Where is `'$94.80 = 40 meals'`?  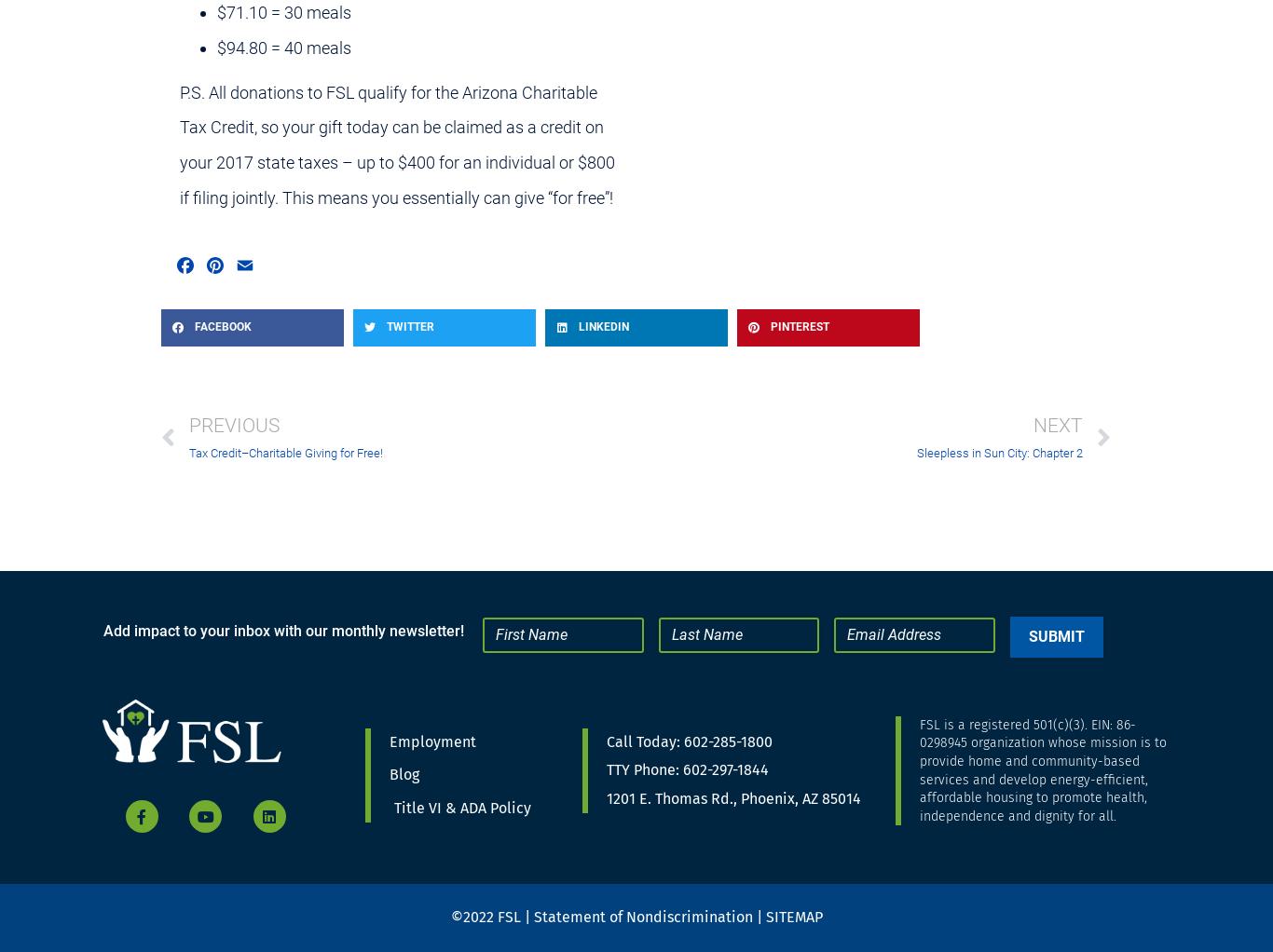 '$94.80 = 40 meals' is located at coordinates (217, 47).